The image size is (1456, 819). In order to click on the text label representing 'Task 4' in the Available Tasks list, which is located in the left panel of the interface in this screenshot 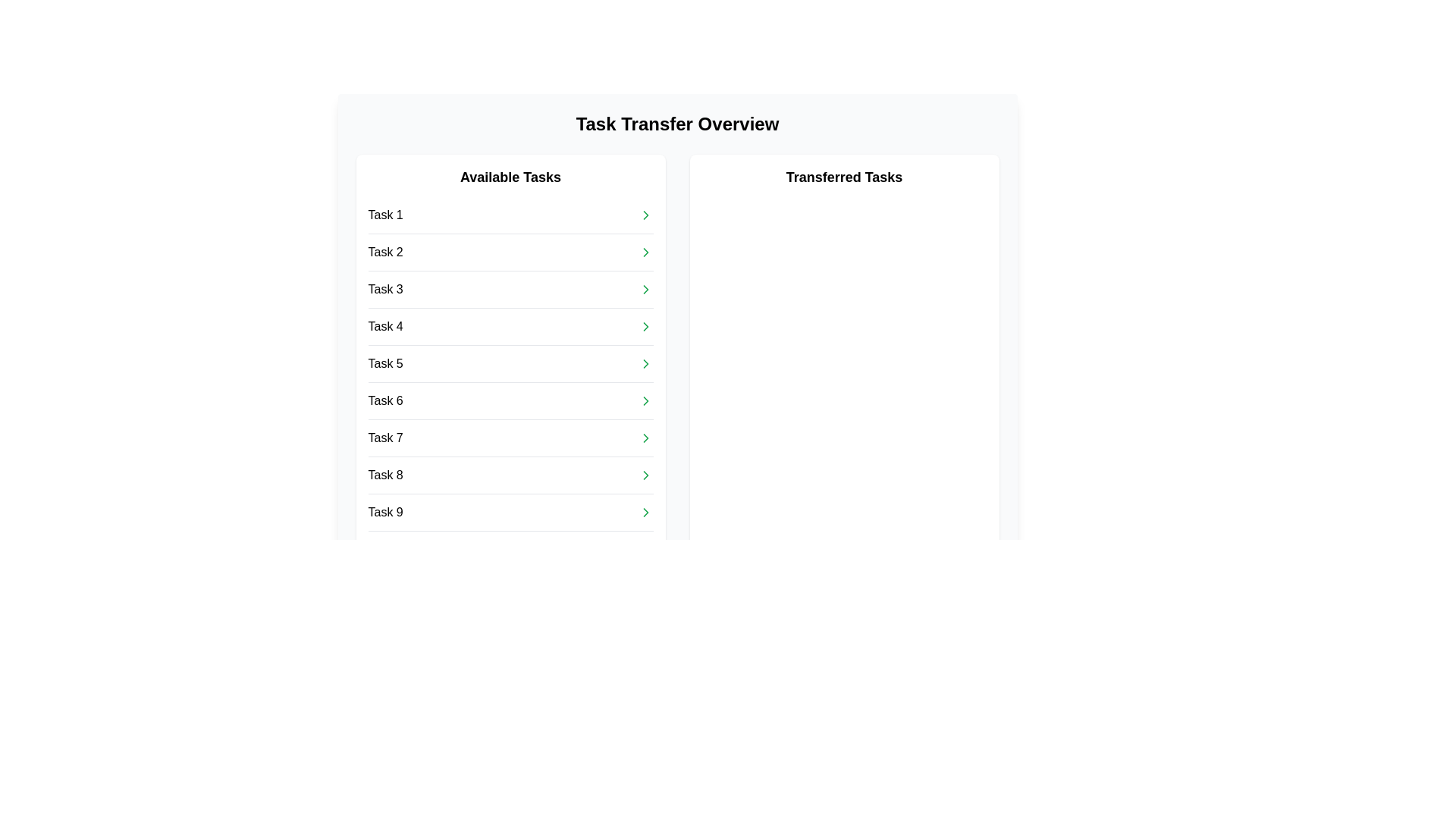, I will do `click(385, 326)`.